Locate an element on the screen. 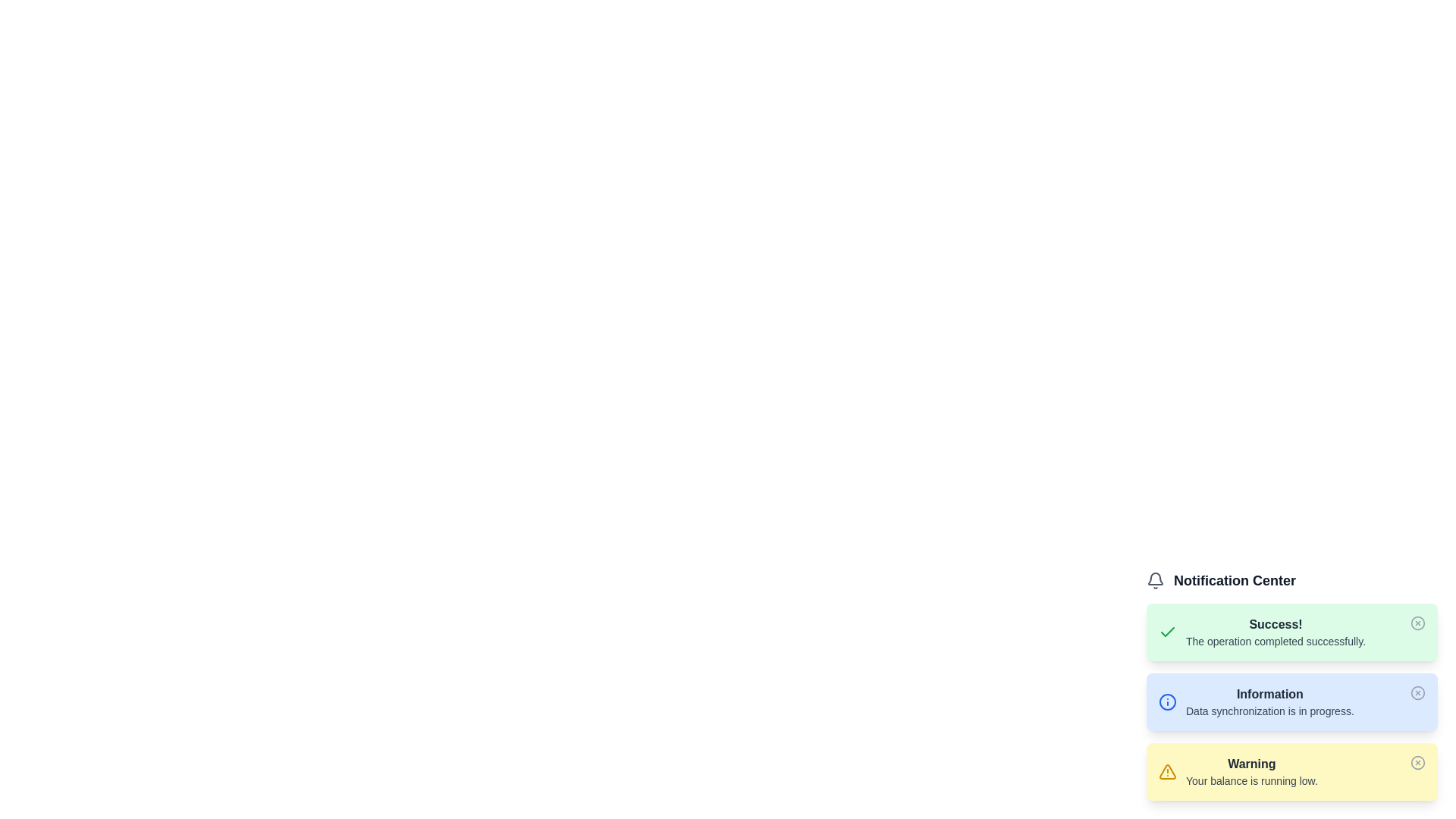 This screenshot has height=819, width=1456. message content of the Alert notification located in the bottom section of the notification center, right below the 'Information' notification is located at coordinates (1251, 772).